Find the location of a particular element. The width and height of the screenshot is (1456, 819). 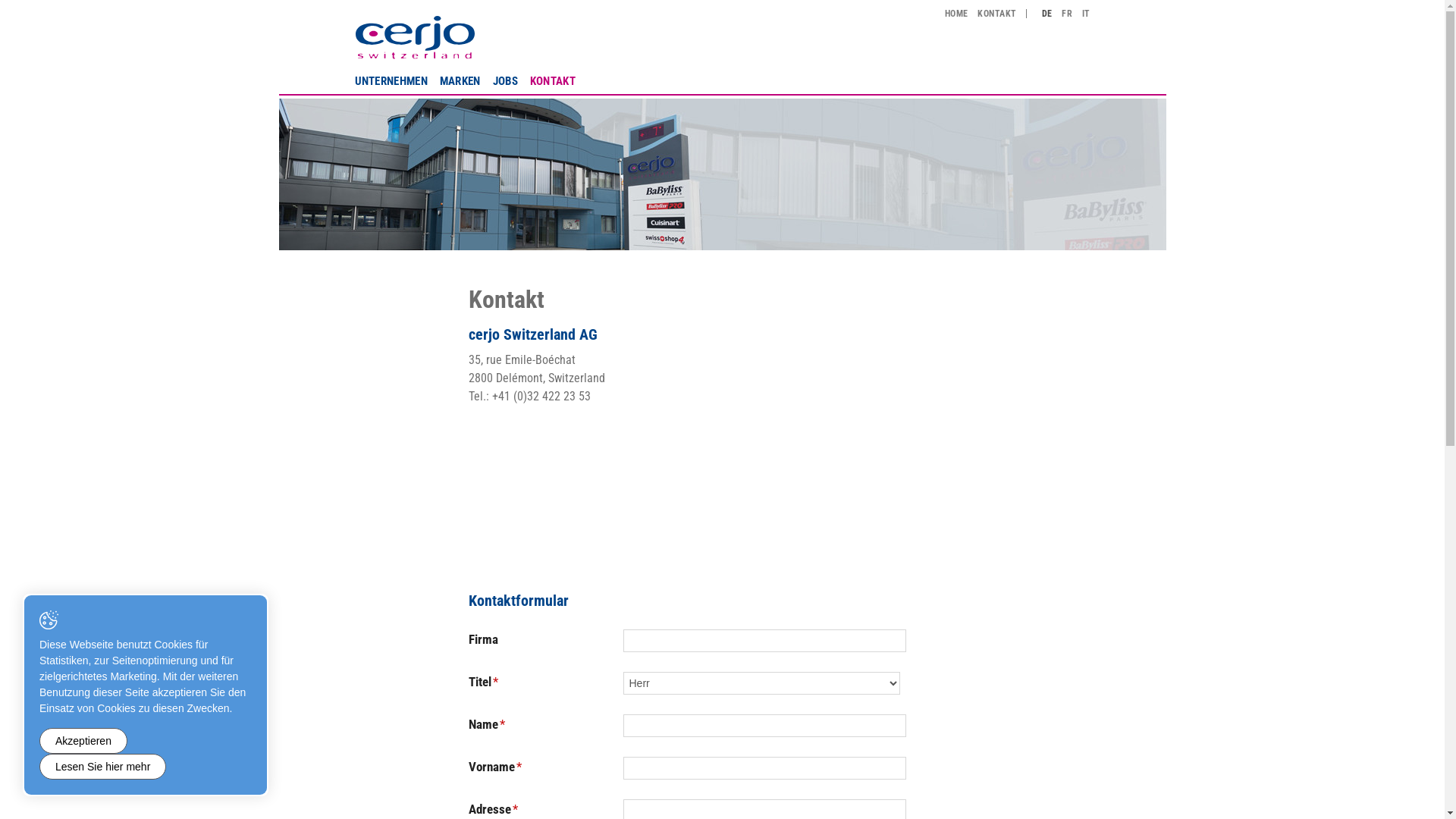

'HOME' is located at coordinates (944, 14).